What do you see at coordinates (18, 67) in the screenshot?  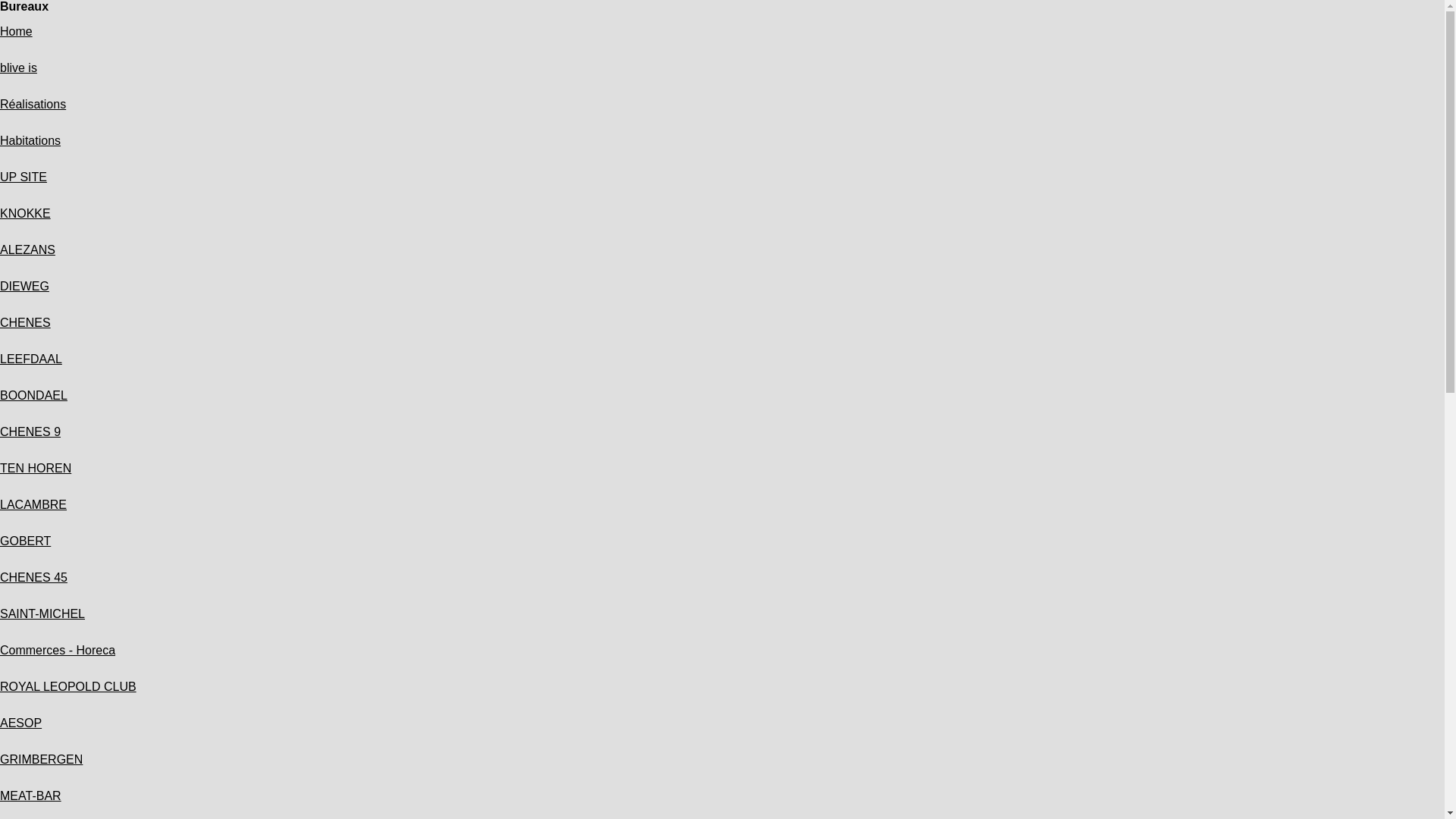 I see `'blive is'` at bounding box center [18, 67].